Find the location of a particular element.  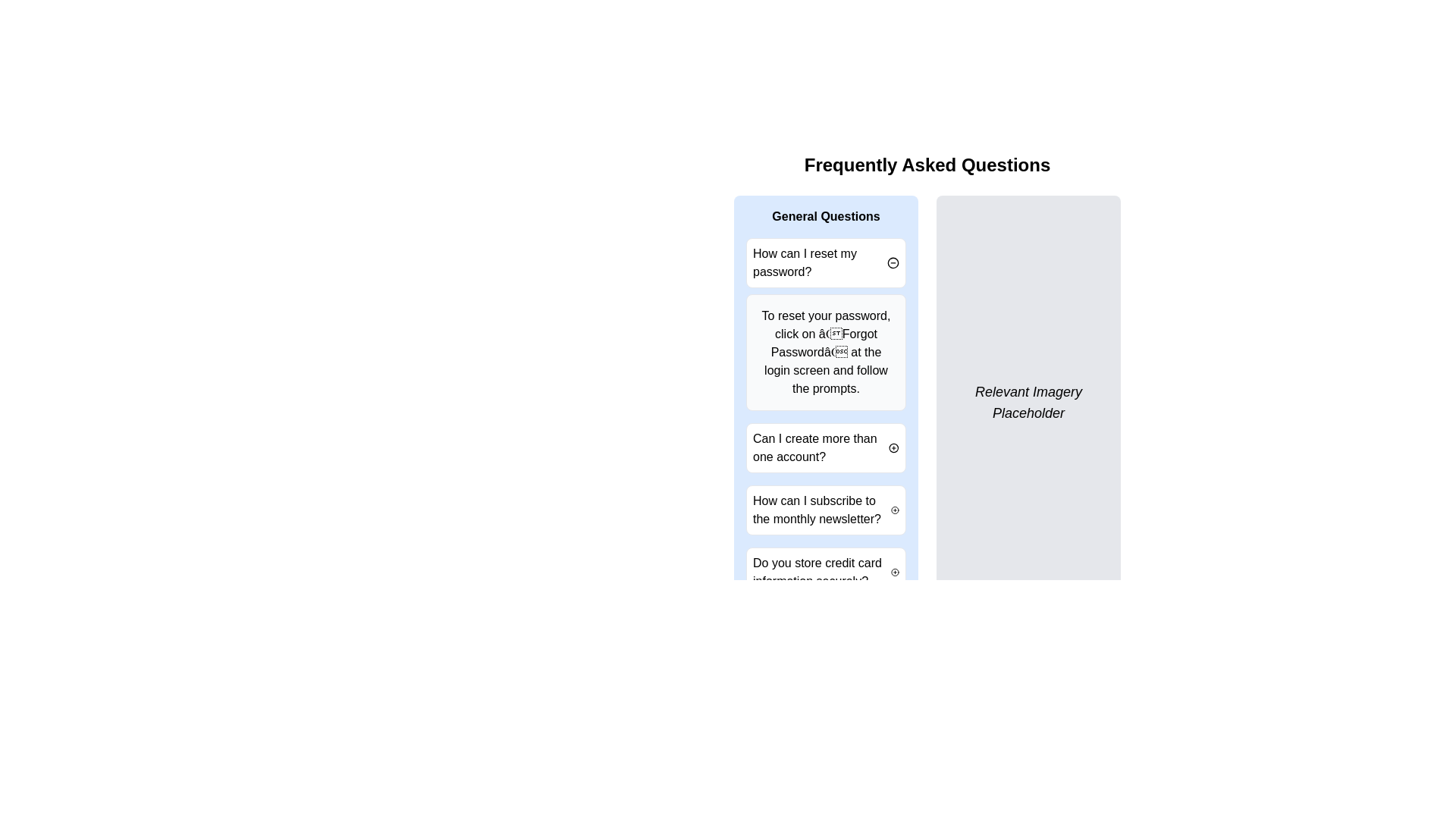

the action trigger icon located at the far right of the row containing the text 'Do you store credit card information securely?' is located at coordinates (895, 573).